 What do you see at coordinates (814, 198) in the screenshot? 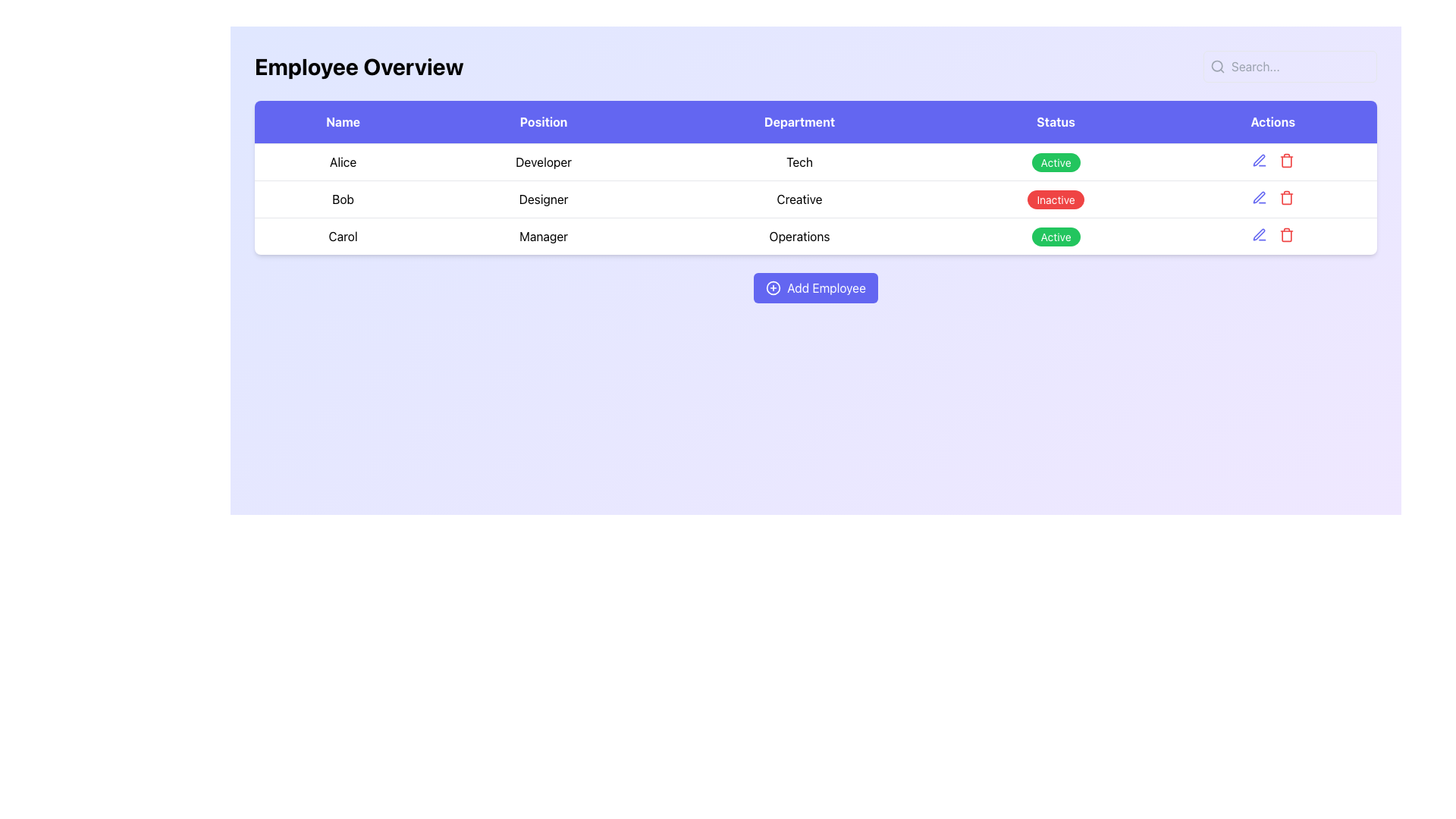
I see `the table row displaying information about the employee 'Bob', which includes the position 'Designer', department 'Creative', and an 'Inactive' status badge` at bounding box center [814, 198].